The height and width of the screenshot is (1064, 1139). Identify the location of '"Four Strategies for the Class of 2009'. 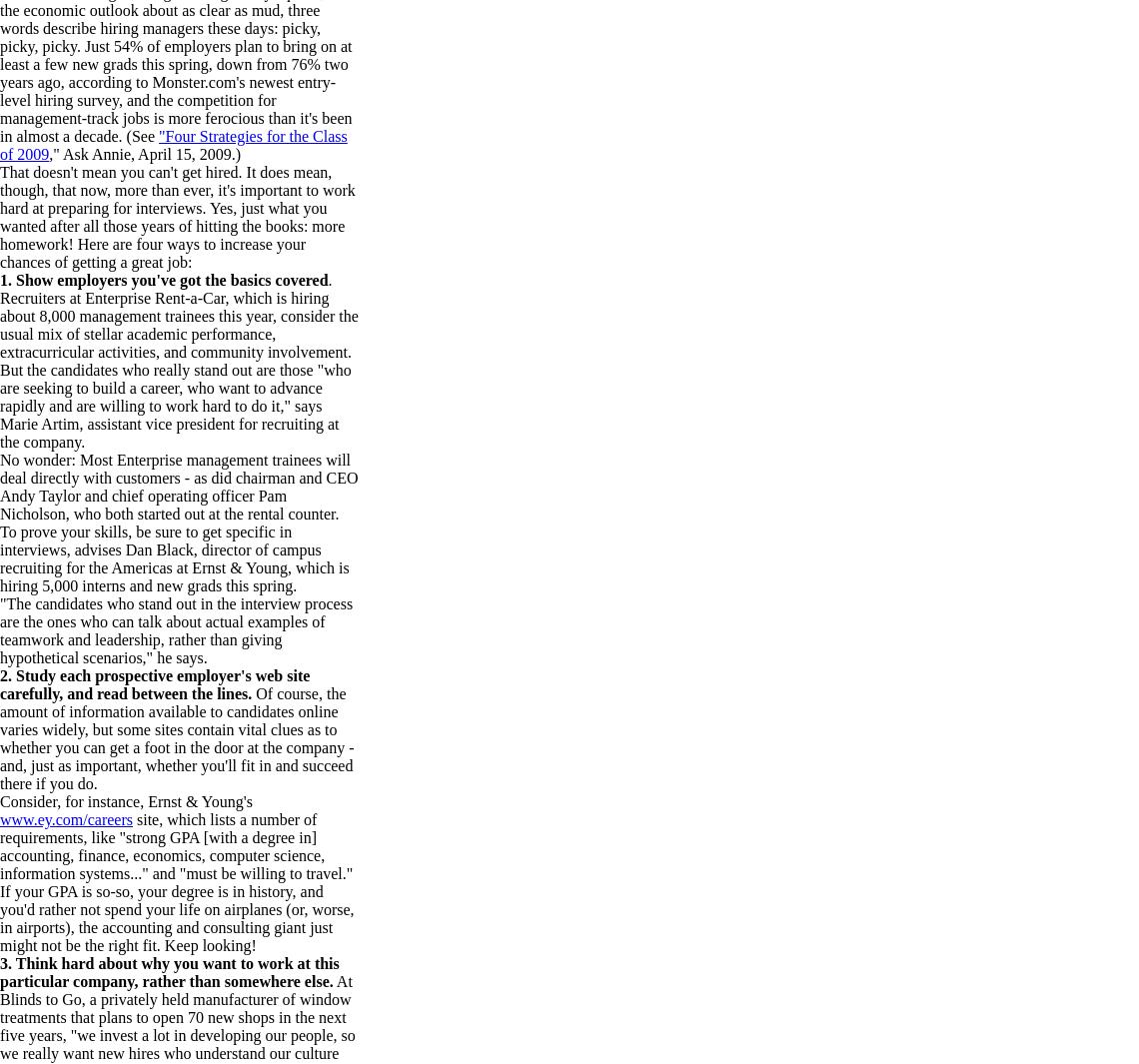
(173, 144).